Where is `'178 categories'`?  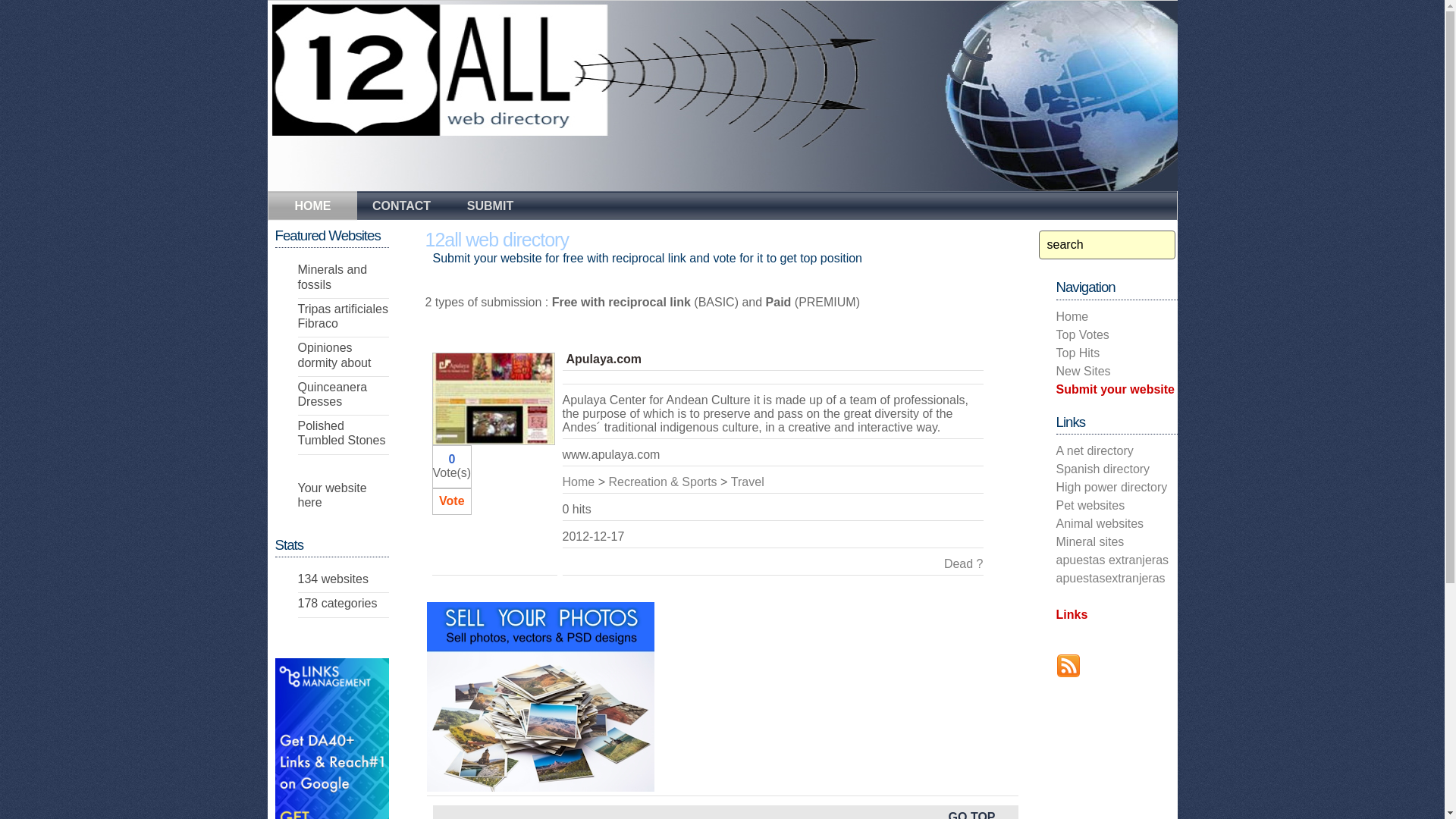 '178 categories' is located at coordinates (336, 602).